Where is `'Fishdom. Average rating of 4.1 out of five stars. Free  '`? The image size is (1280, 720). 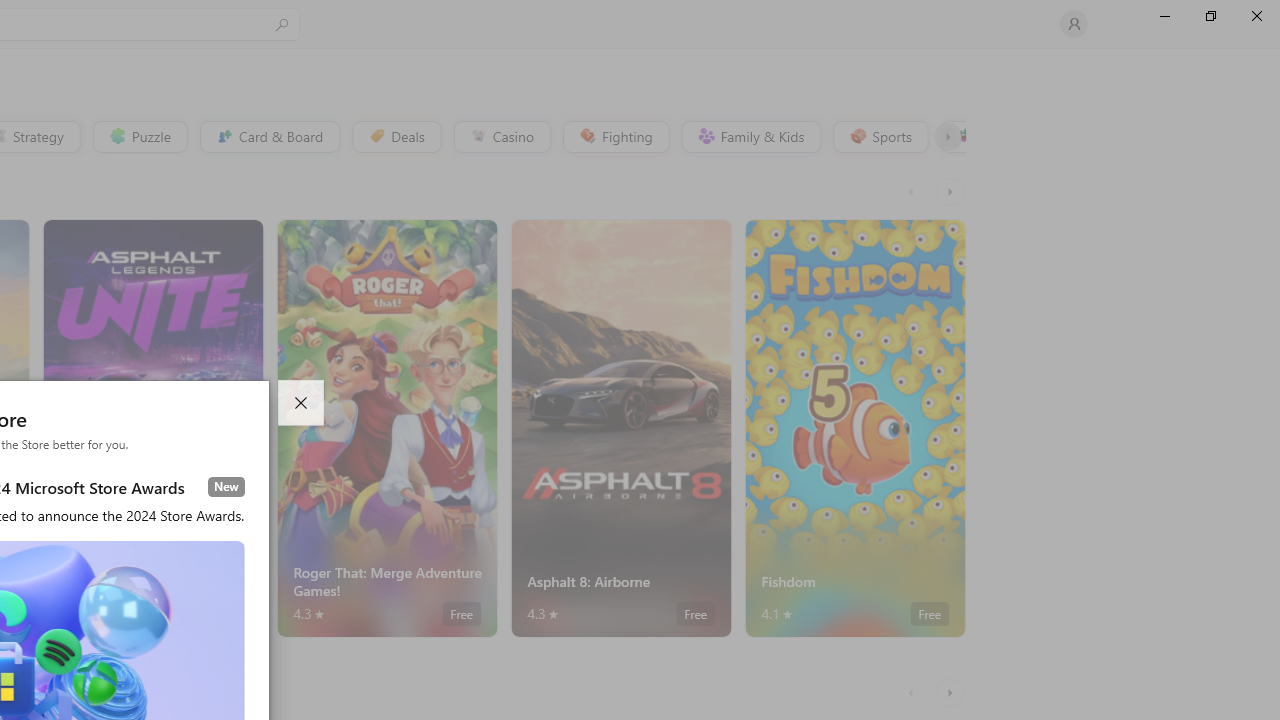 'Fishdom. Average rating of 4.1 out of five stars. Free  ' is located at coordinates (855, 427).